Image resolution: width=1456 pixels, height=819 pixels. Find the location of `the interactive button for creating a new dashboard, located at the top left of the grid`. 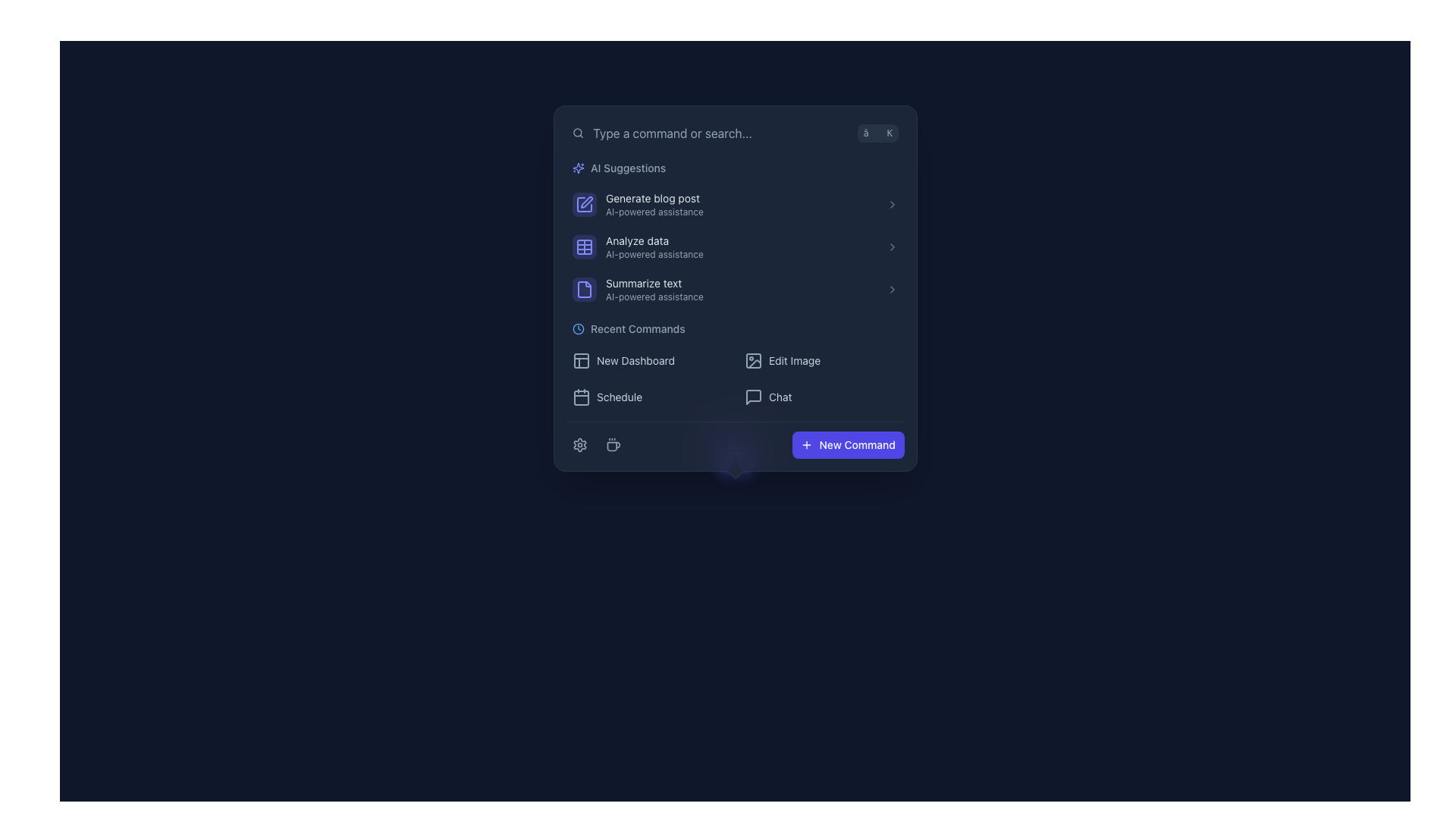

the interactive button for creating a new dashboard, located at the top left of the grid is located at coordinates (648, 360).